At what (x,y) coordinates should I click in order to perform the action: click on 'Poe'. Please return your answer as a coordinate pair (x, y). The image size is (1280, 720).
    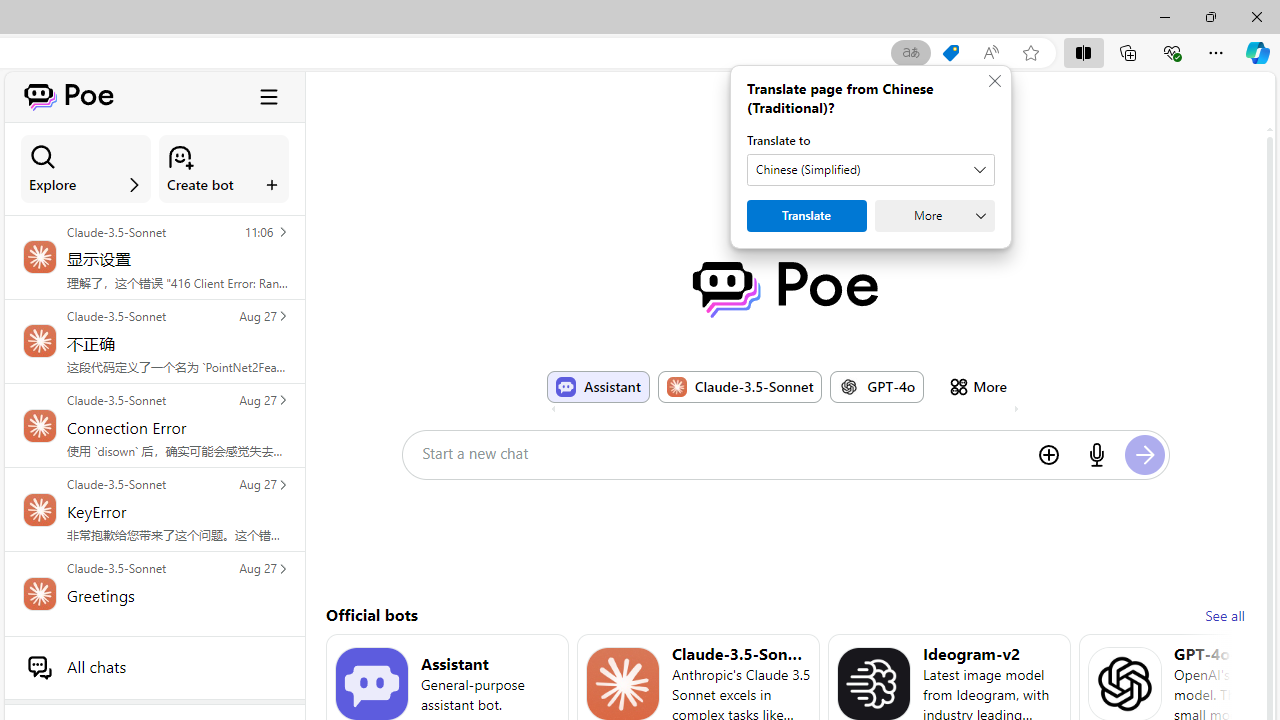
    Looking at the image, I should click on (784, 289).